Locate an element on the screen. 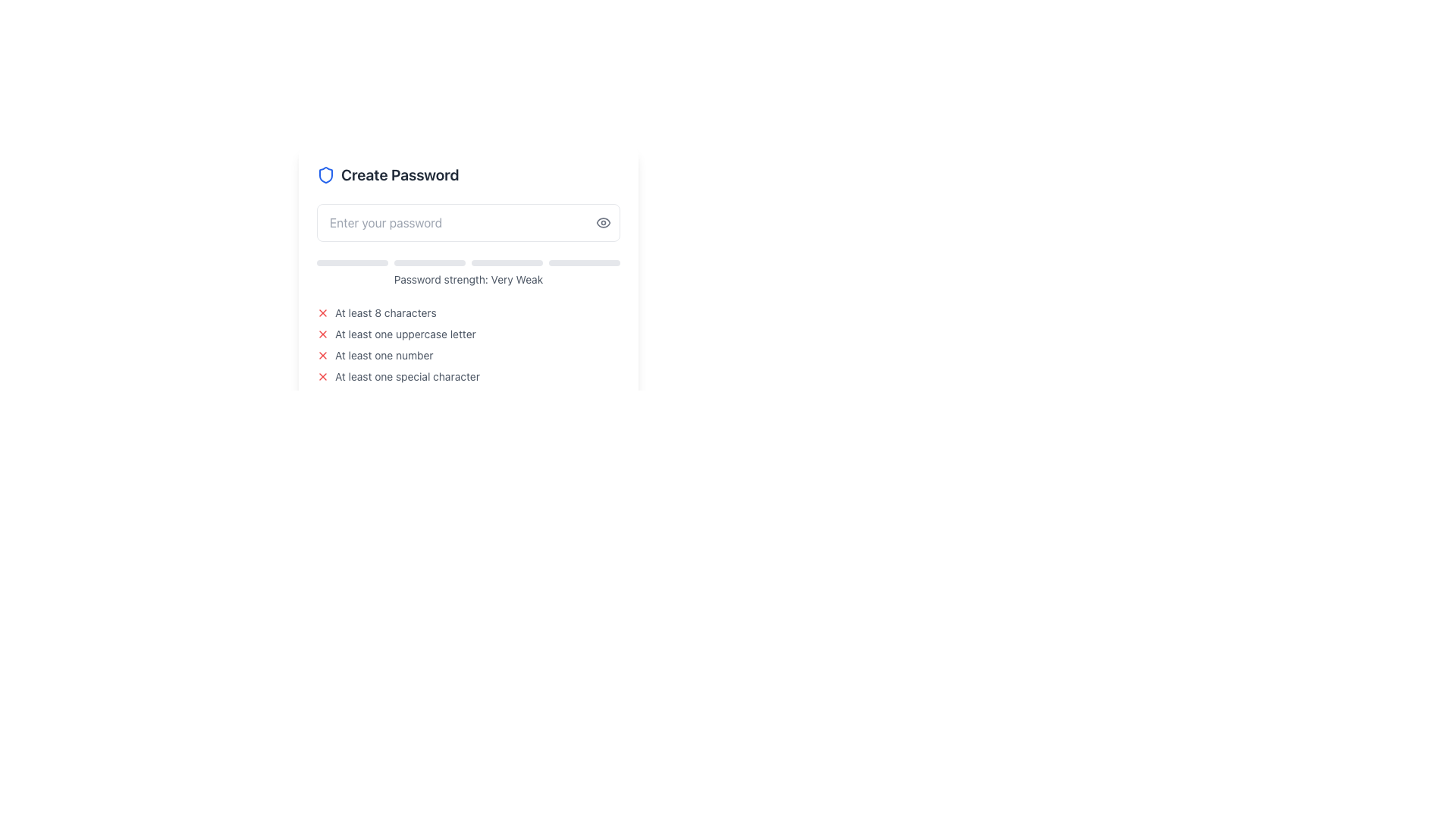 The width and height of the screenshot is (1456, 819). the negative status icon indicating that the criteria 'At least one special character' are not met, located at the leftmost part of the corresponding text line is located at coordinates (322, 376).